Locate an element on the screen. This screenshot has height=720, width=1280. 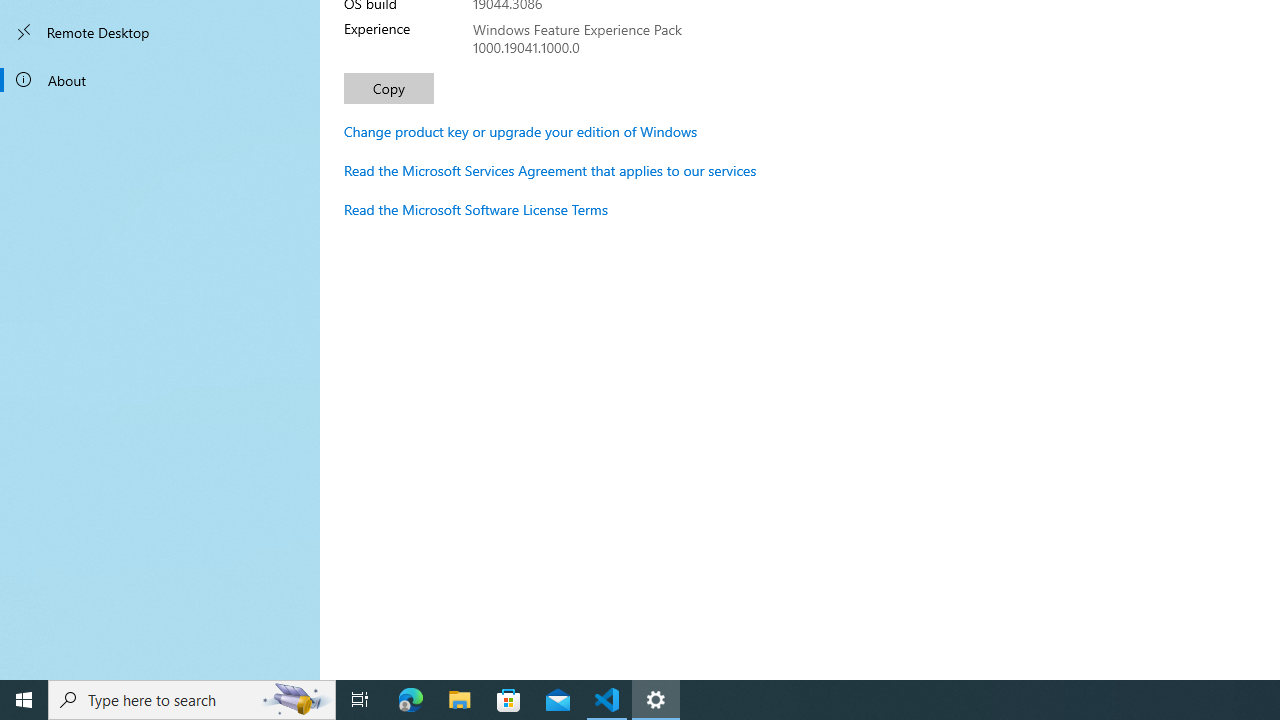
'Remote Desktop' is located at coordinates (160, 32).